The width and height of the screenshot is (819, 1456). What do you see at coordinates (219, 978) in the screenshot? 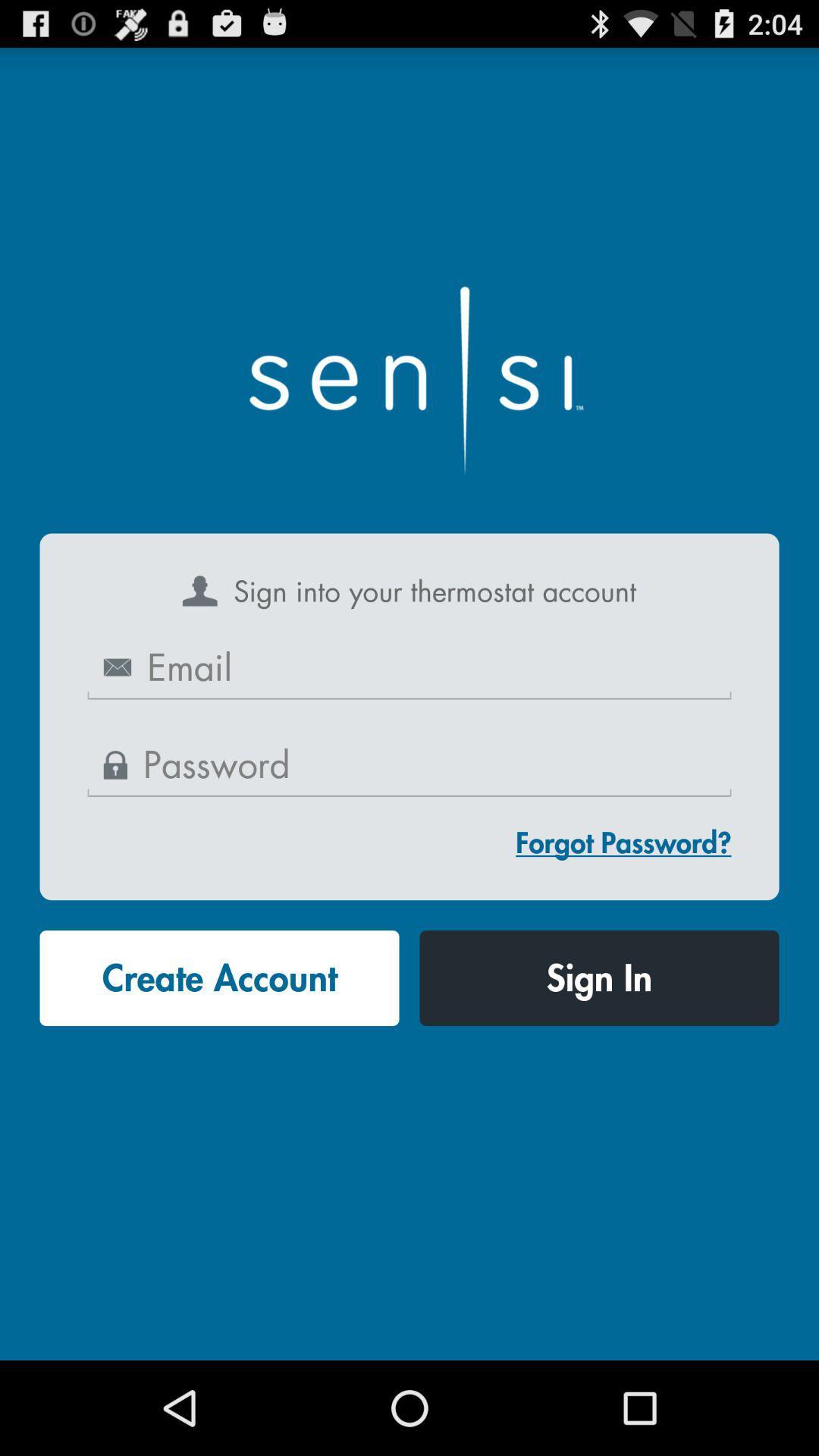
I see `the button at the bottom left corner` at bounding box center [219, 978].